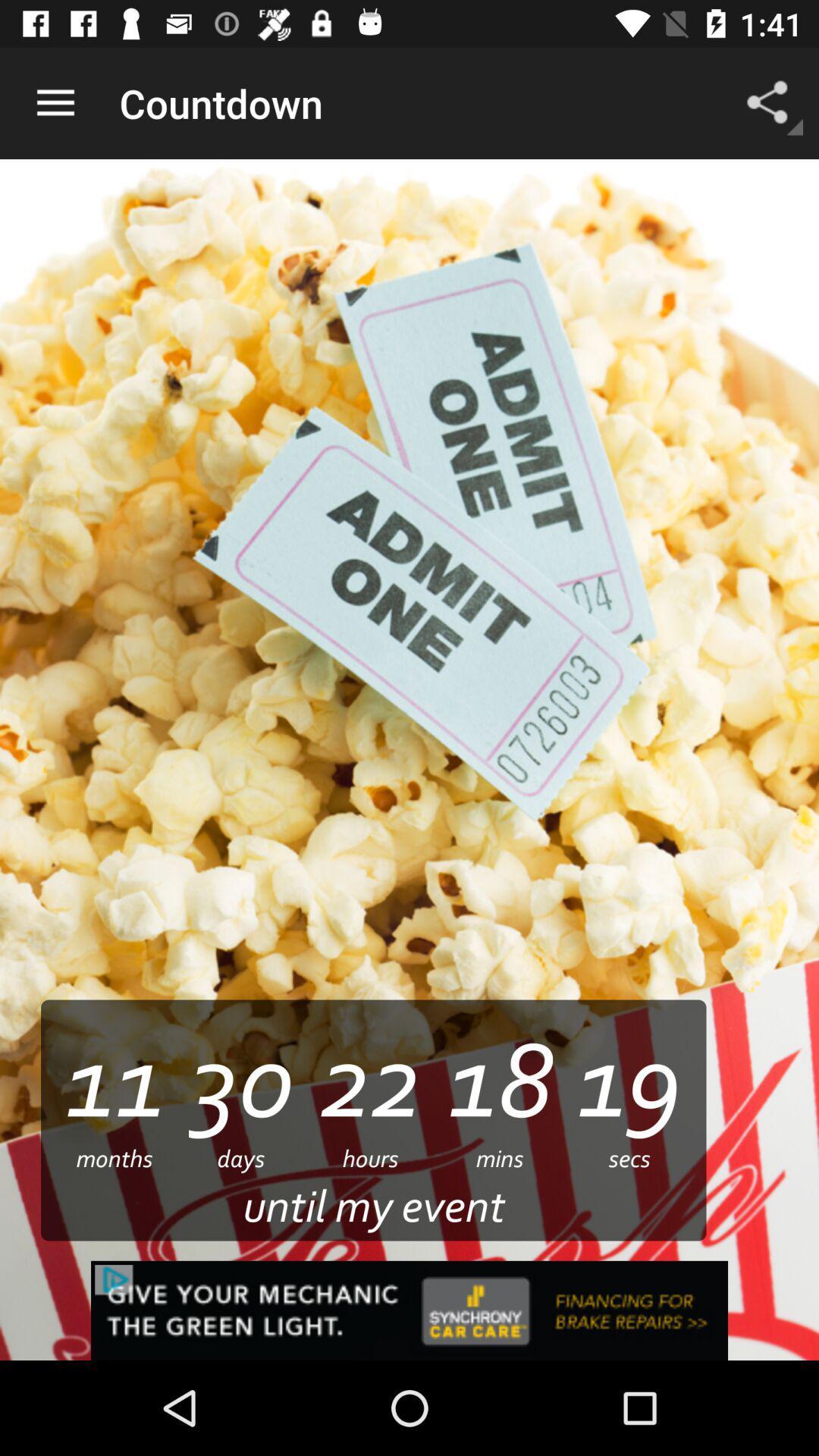 Image resolution: width=819 pixels, height=1456 pixels. Describe the element at coordinates (409, 1310) in the screenshot. I see `synchrony car care advertisement` at that location.